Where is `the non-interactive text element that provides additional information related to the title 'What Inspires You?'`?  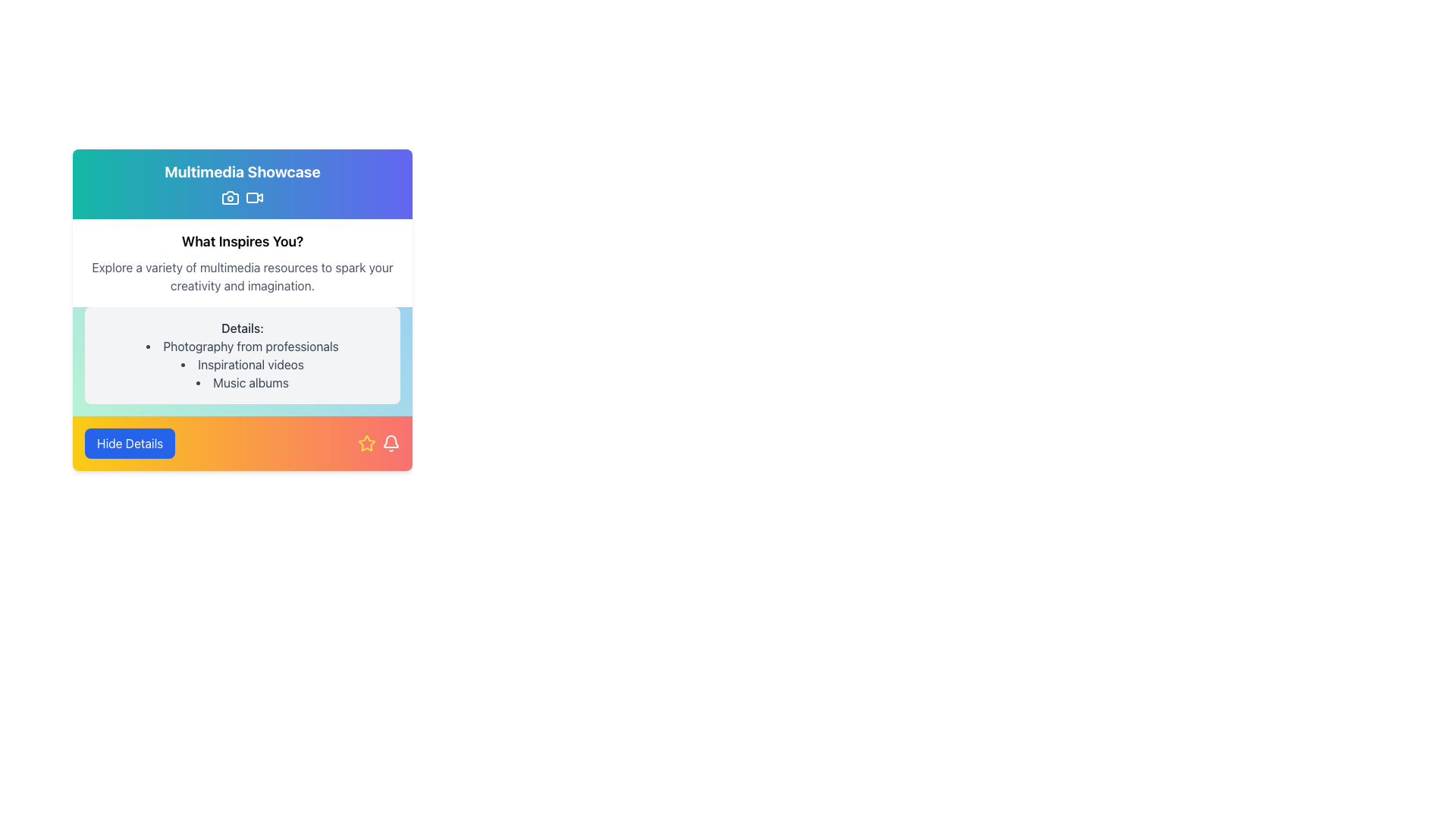
the non-interactive text element that provides additional information related to the title 'What Inspires You?' is located at coordinates (243, 277).